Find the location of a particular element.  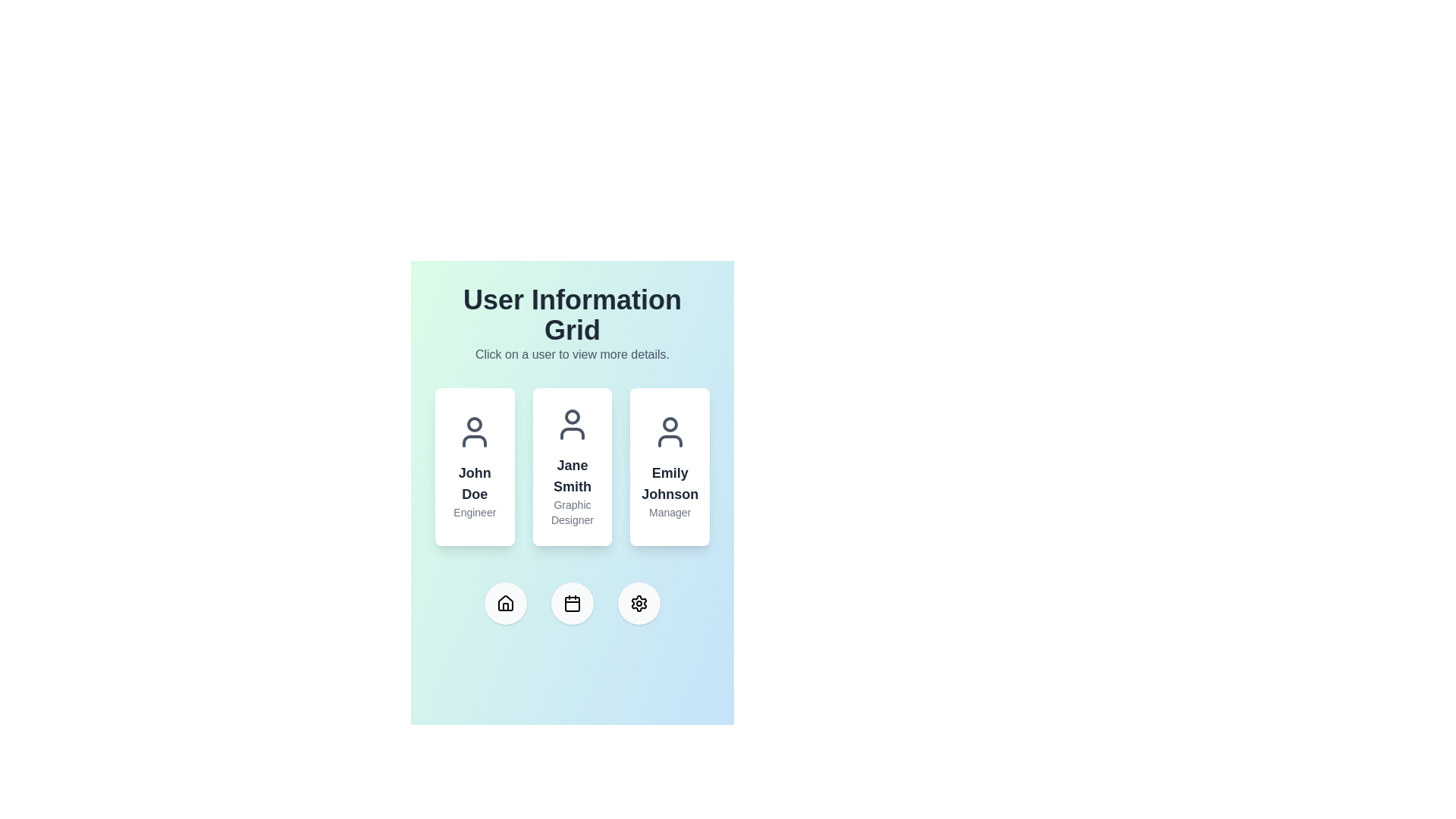

the lower portion of the SVG graphic user icon in the rightmost card featuring Emily Johnson's name and title 'Manager' is located at coordinates (669, 441).